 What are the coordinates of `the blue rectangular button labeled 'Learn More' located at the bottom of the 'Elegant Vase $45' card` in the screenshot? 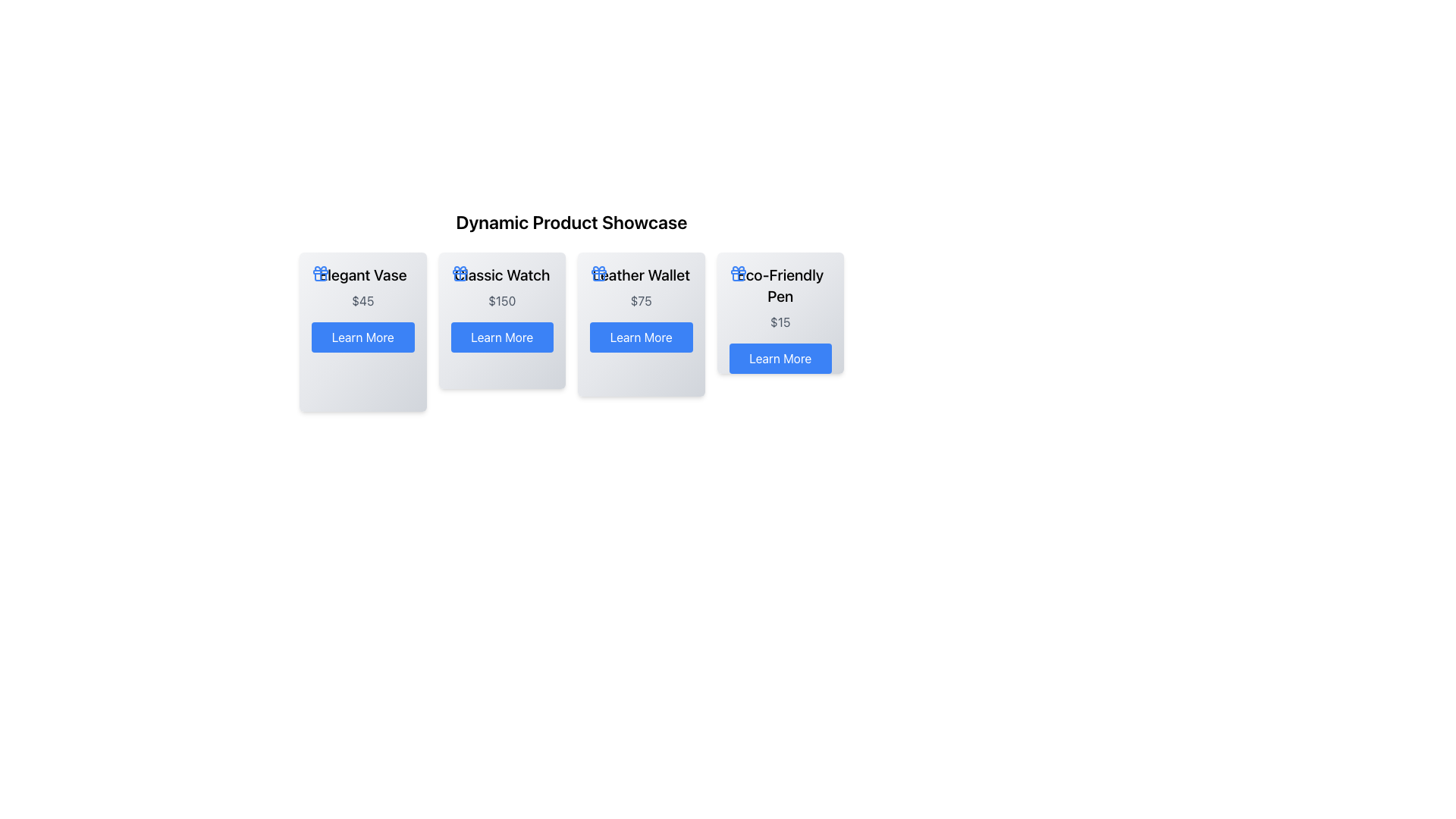 It's located at (362, 336).